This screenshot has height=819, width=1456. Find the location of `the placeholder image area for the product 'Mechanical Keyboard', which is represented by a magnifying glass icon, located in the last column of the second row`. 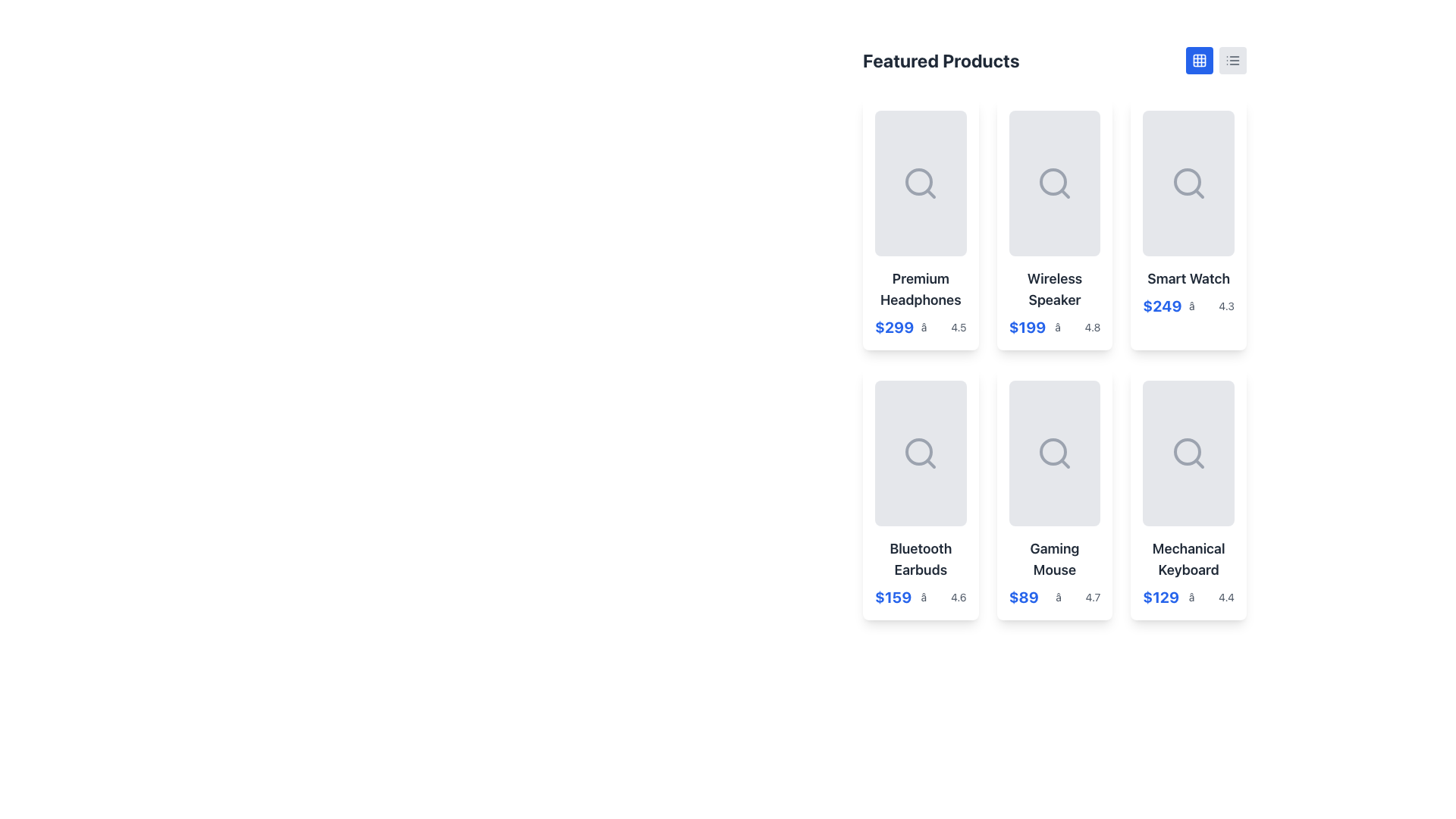

the placeholder image area for the product 'Mechanical Keyboard', which is represented by a magnifying glass icon, located in the last column of the second row is located at coordinates (1188, 452).